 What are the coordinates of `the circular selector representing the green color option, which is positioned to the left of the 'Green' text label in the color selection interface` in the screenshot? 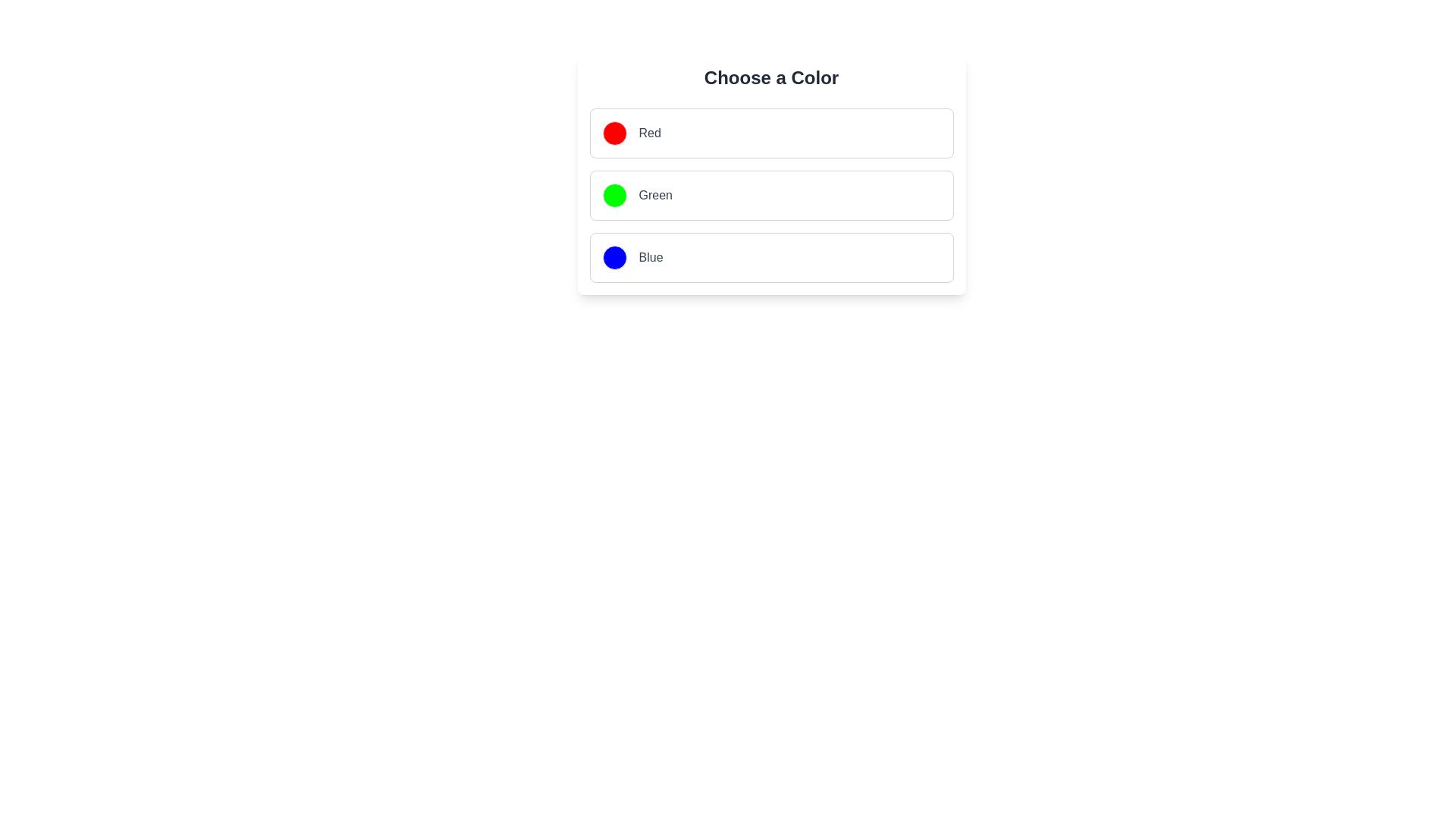 It's located at (614, 195).